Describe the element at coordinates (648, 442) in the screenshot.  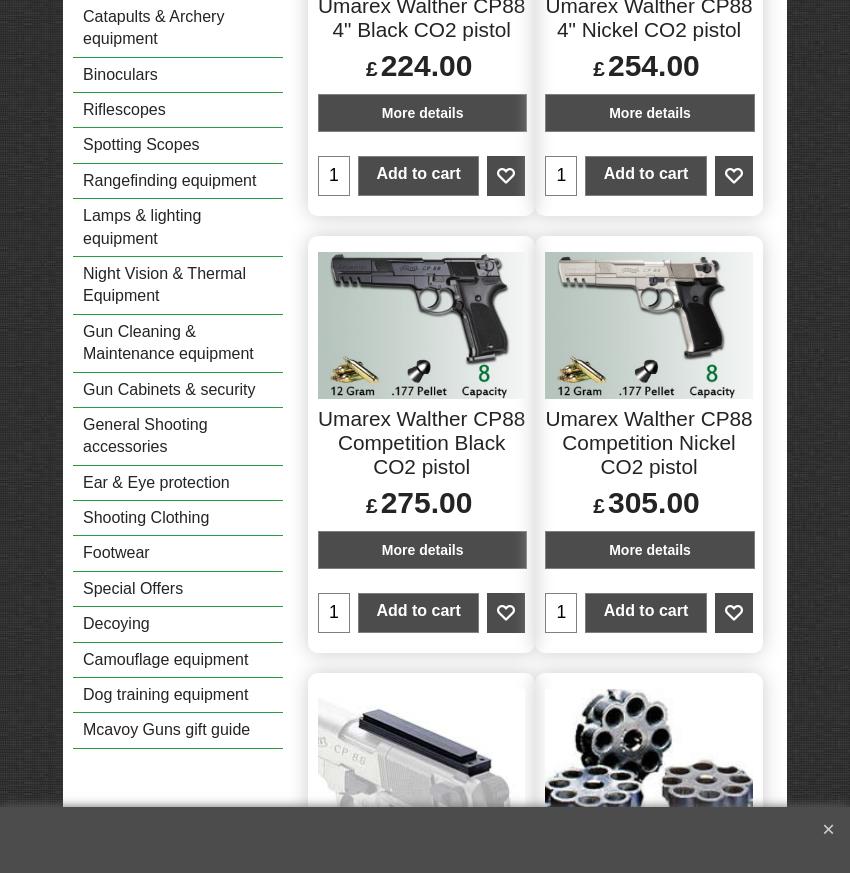
I see `'Umarex Walther CP88 Competition Nickel CO2 pistol'` at that location.